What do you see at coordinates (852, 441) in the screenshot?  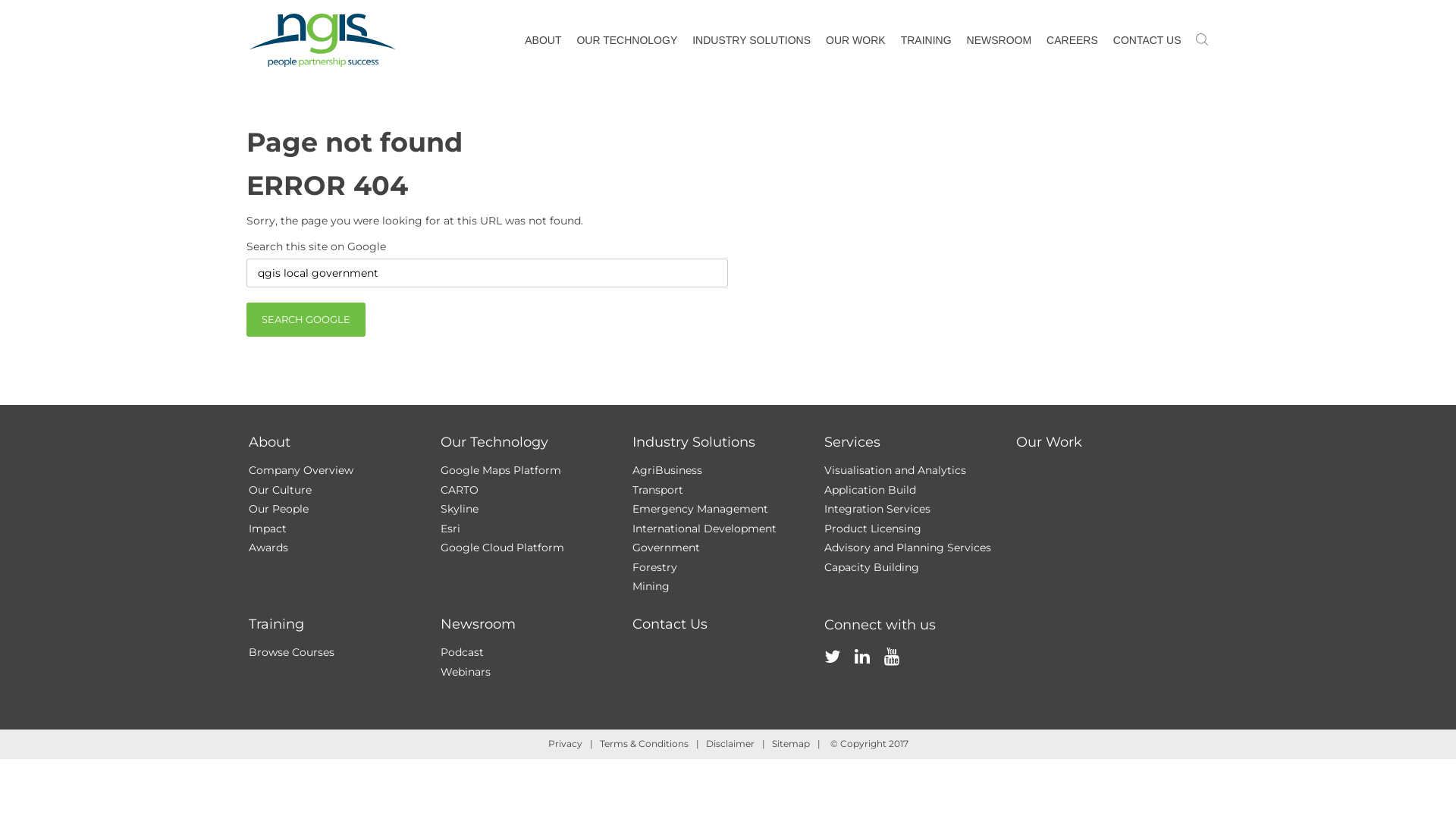 I see `'Services'` at bounding box center [852, 441].